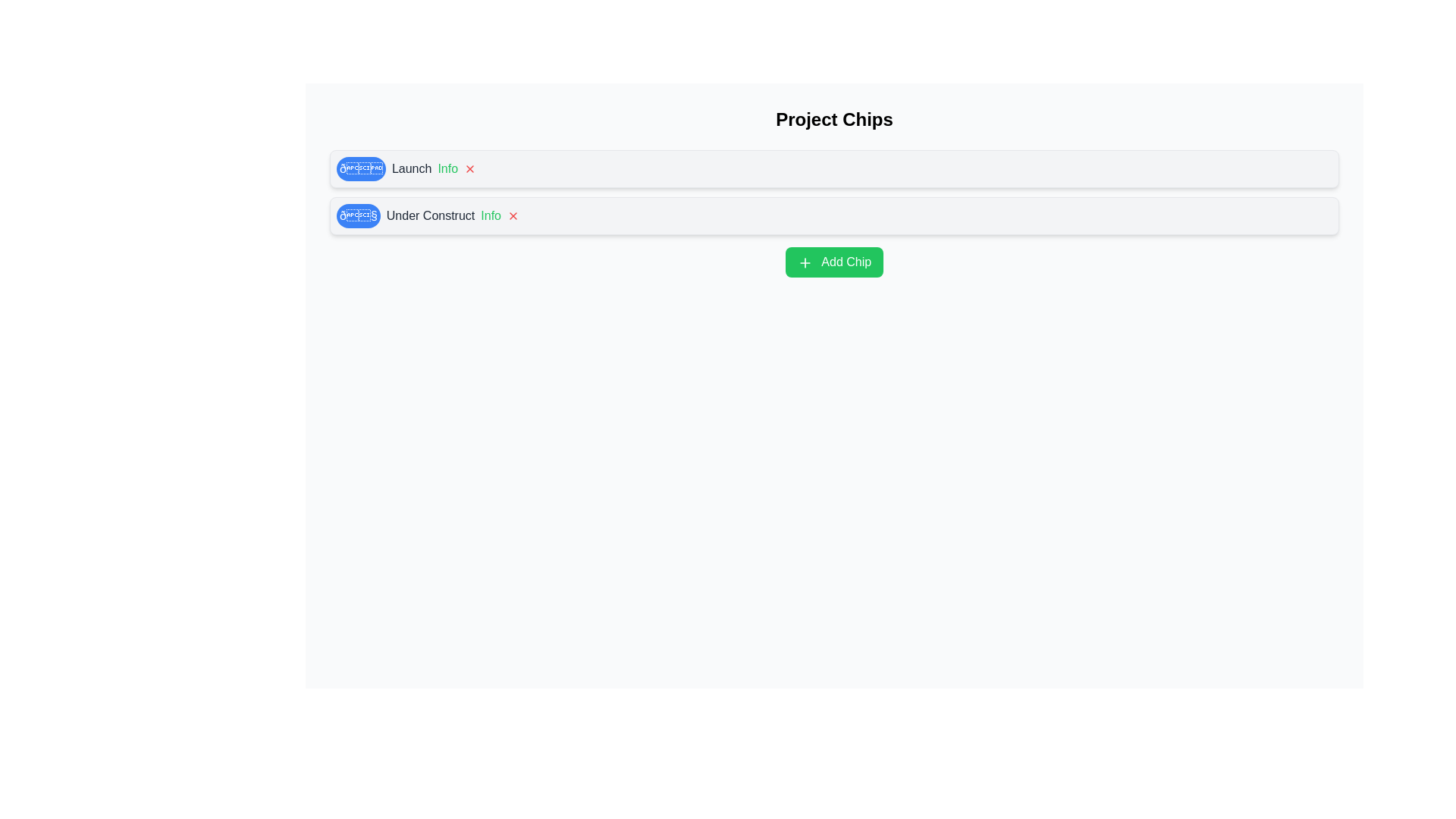 This screenshot has width=1456, height=819. I want to click on 'Add Chip' button to add a new chip, so click(833, 262).